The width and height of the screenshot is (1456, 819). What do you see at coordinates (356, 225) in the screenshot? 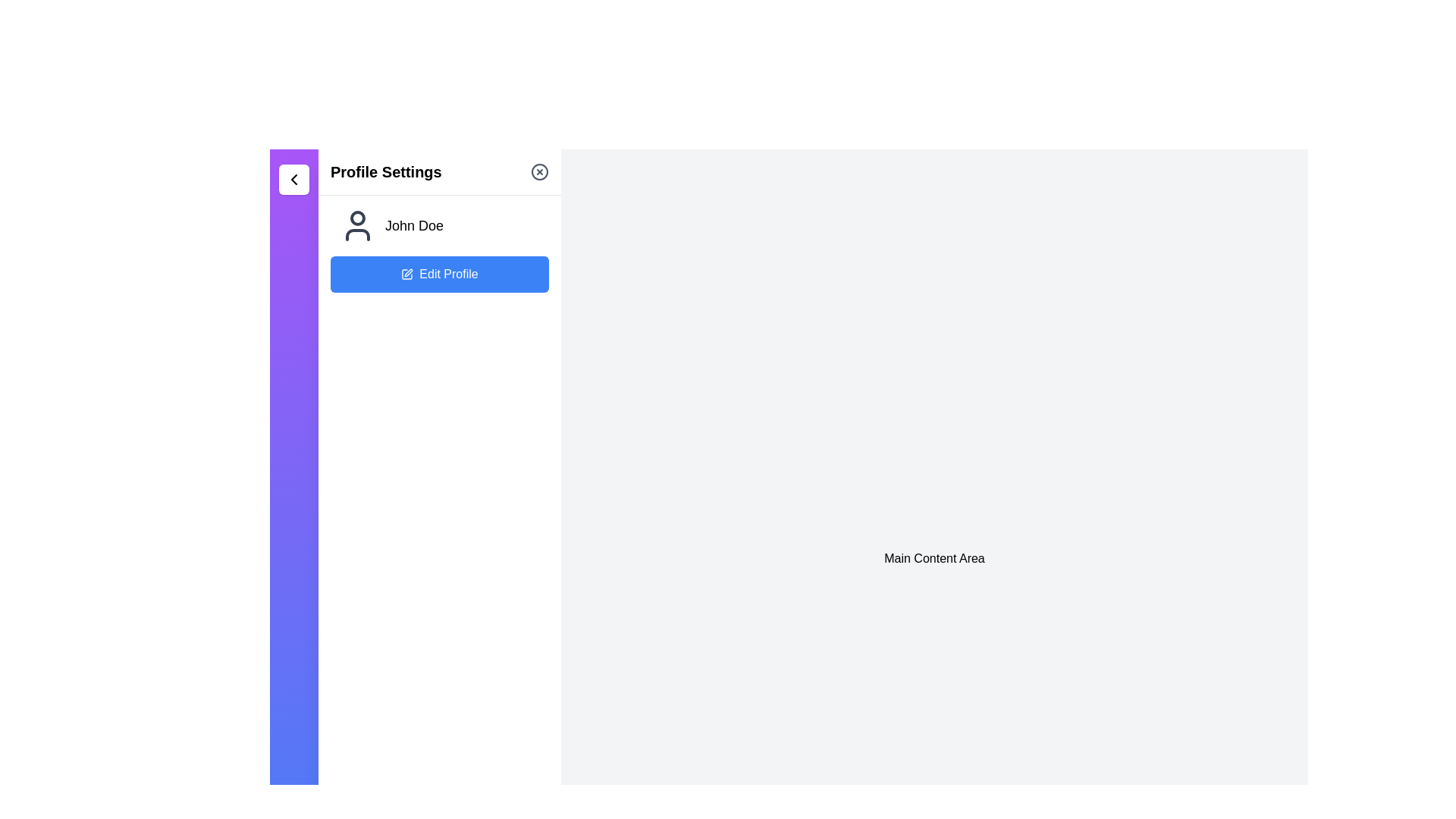
I see `the user profile icon, which is located directly below the 'Profile Settings' label and above the 'Edit Profile' button` at bounding box center [356, 225].